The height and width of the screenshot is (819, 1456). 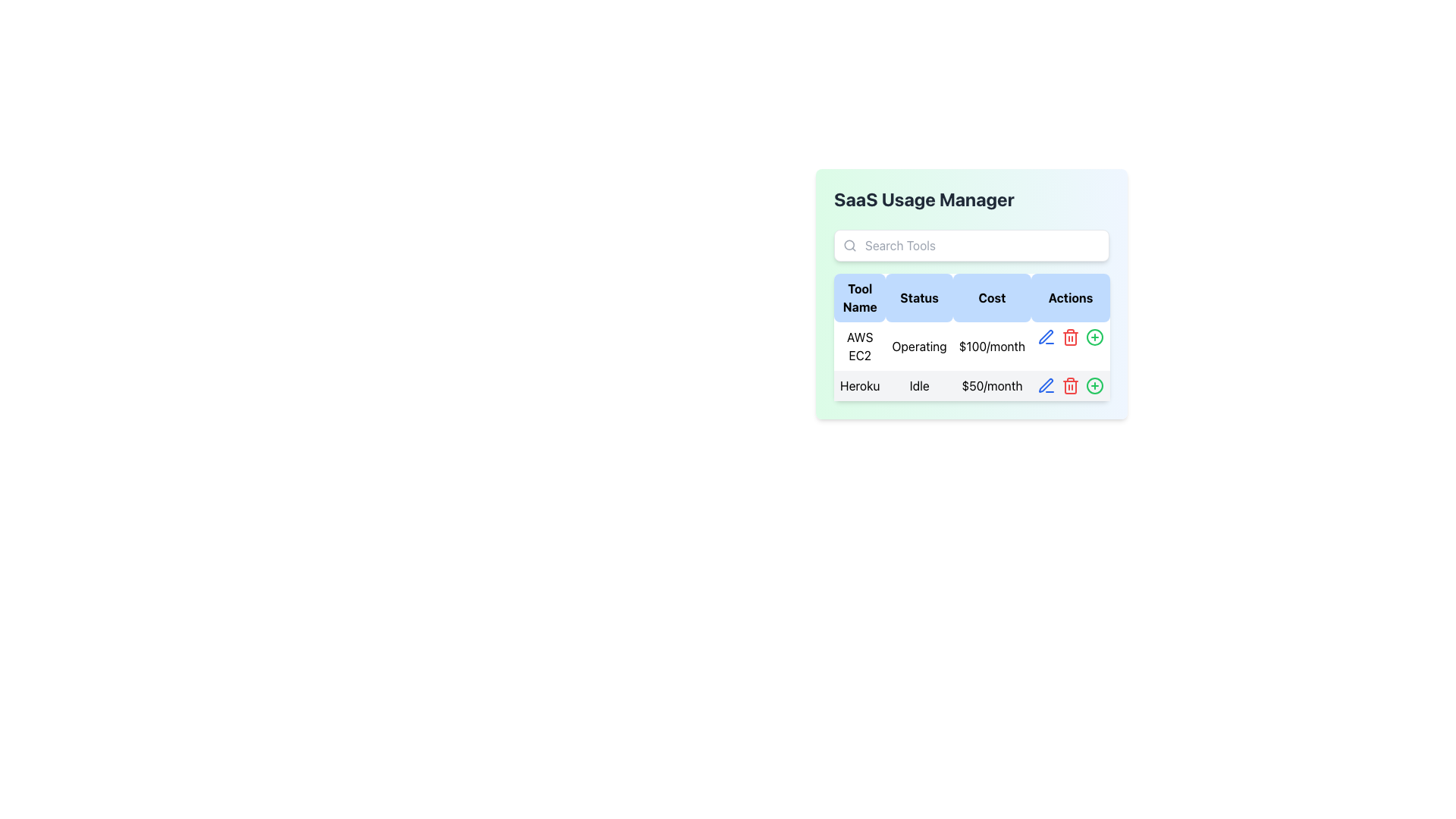 What do you see at coordinates (918, 385) in the screenshot?
I see `the 'Heroku' service status Text Label located in the 'Status' column of the table, which is the second element in the row labeled 'Heroku'` at bounding box center [918, 385].